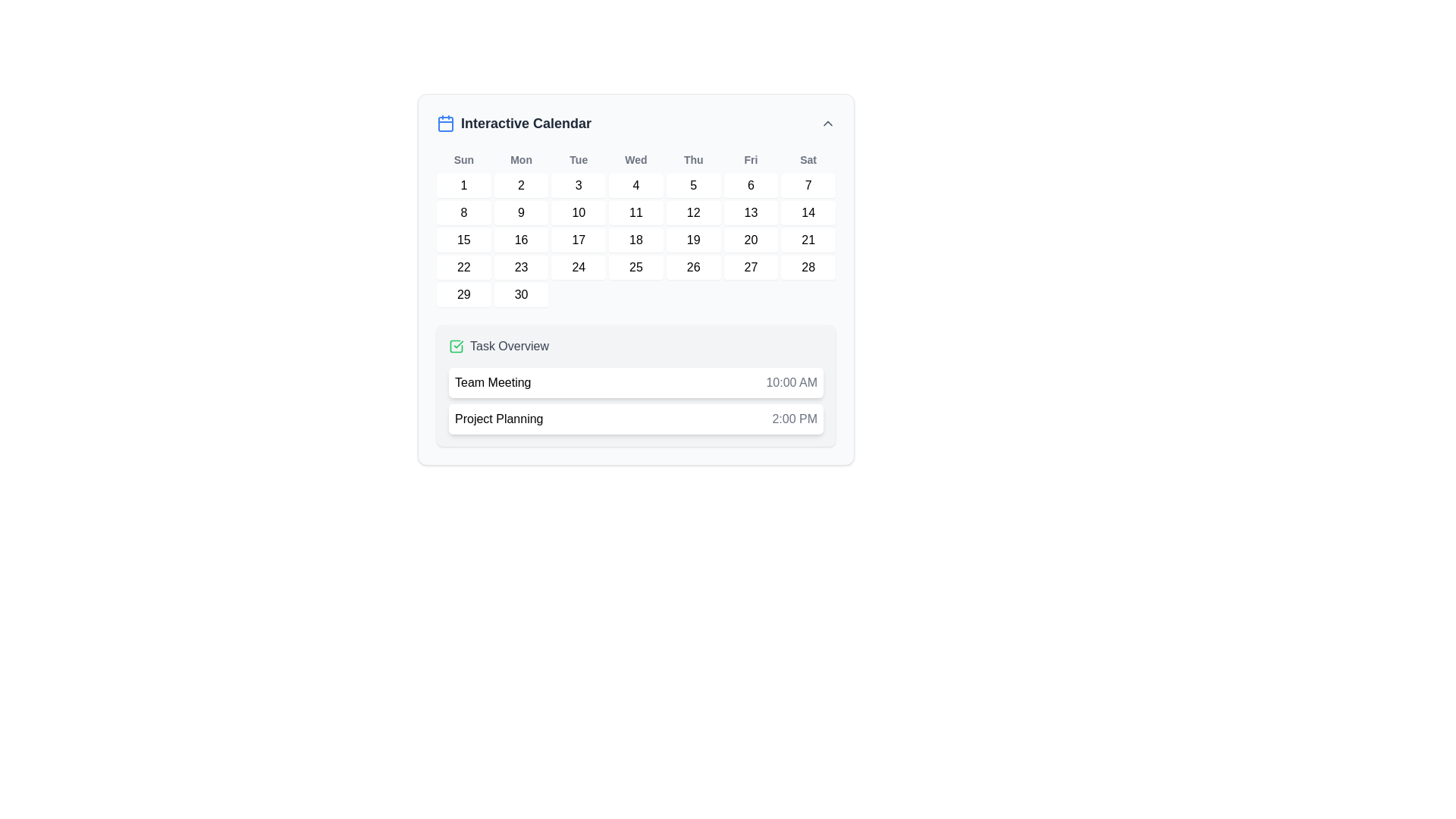 The image size is (1456, 819). What do you see at coordinates (791, 382) in the screenshot?
I see `the Text label displaying the scheduled time for the 'Team Meeting' event located in the 'Task Overview' panel of the interactive calendar interface` at bounding box center [791, 382].